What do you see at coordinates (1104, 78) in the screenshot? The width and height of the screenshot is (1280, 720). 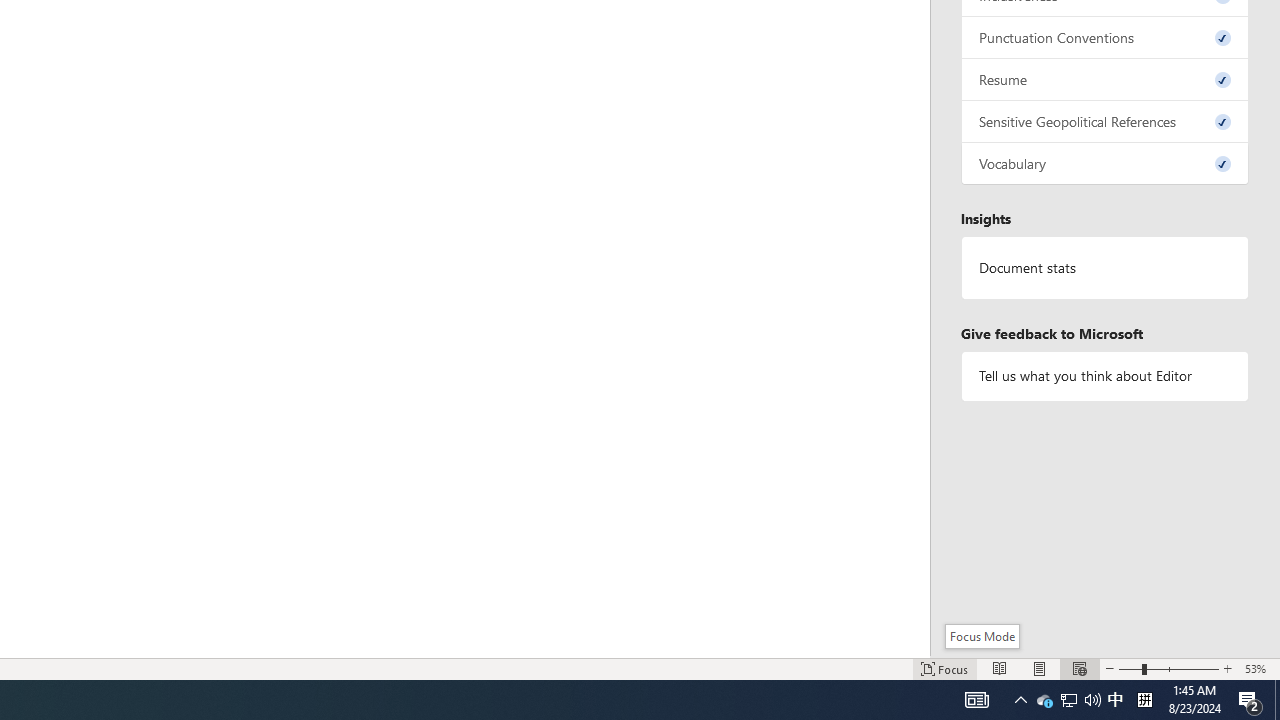 I see `'Resume, 0 issues. Press space or enter to review items.'` at bounding box center [1104, 78].